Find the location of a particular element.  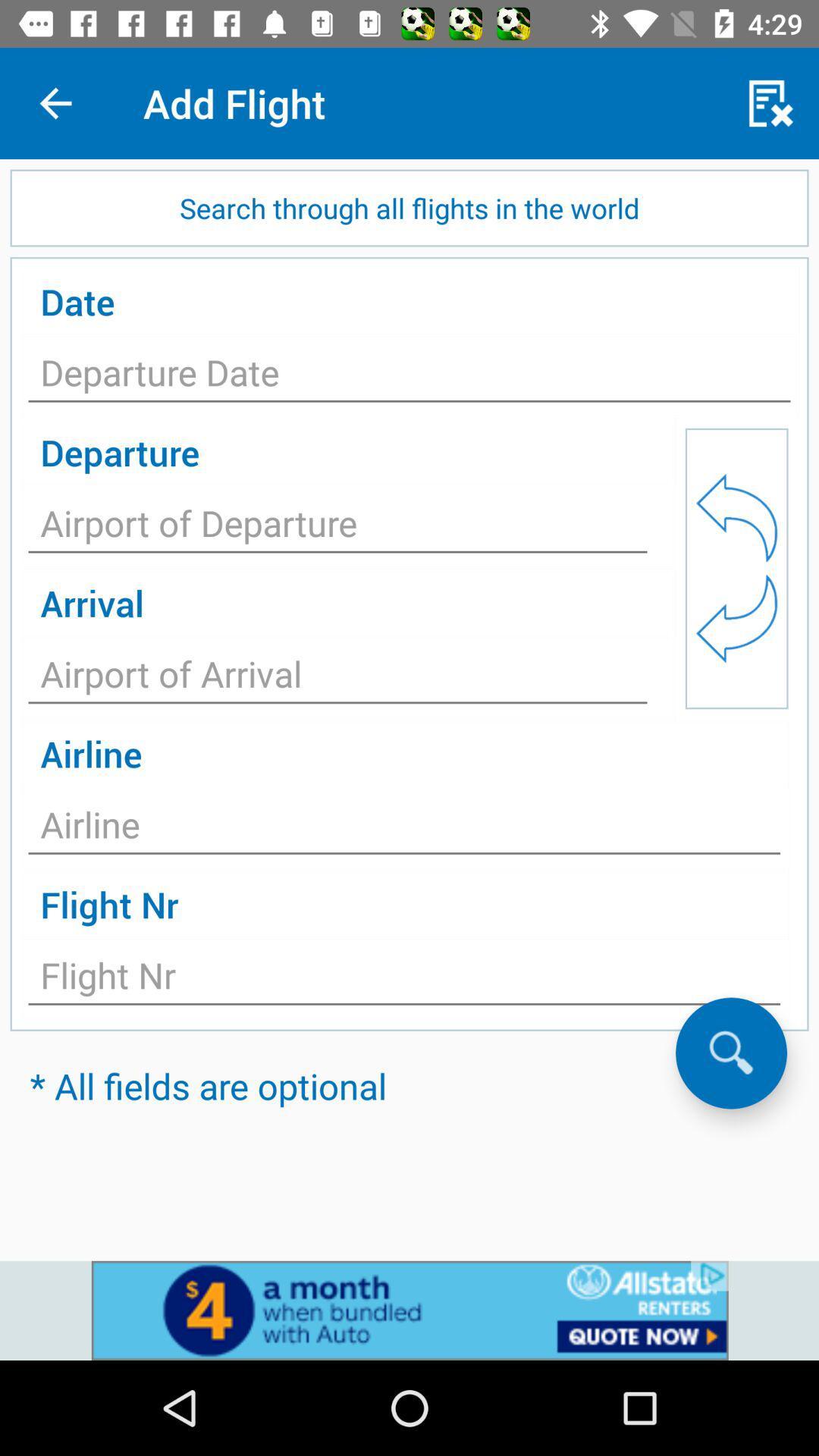

to fill date of source is located at coordinates (409, 377).